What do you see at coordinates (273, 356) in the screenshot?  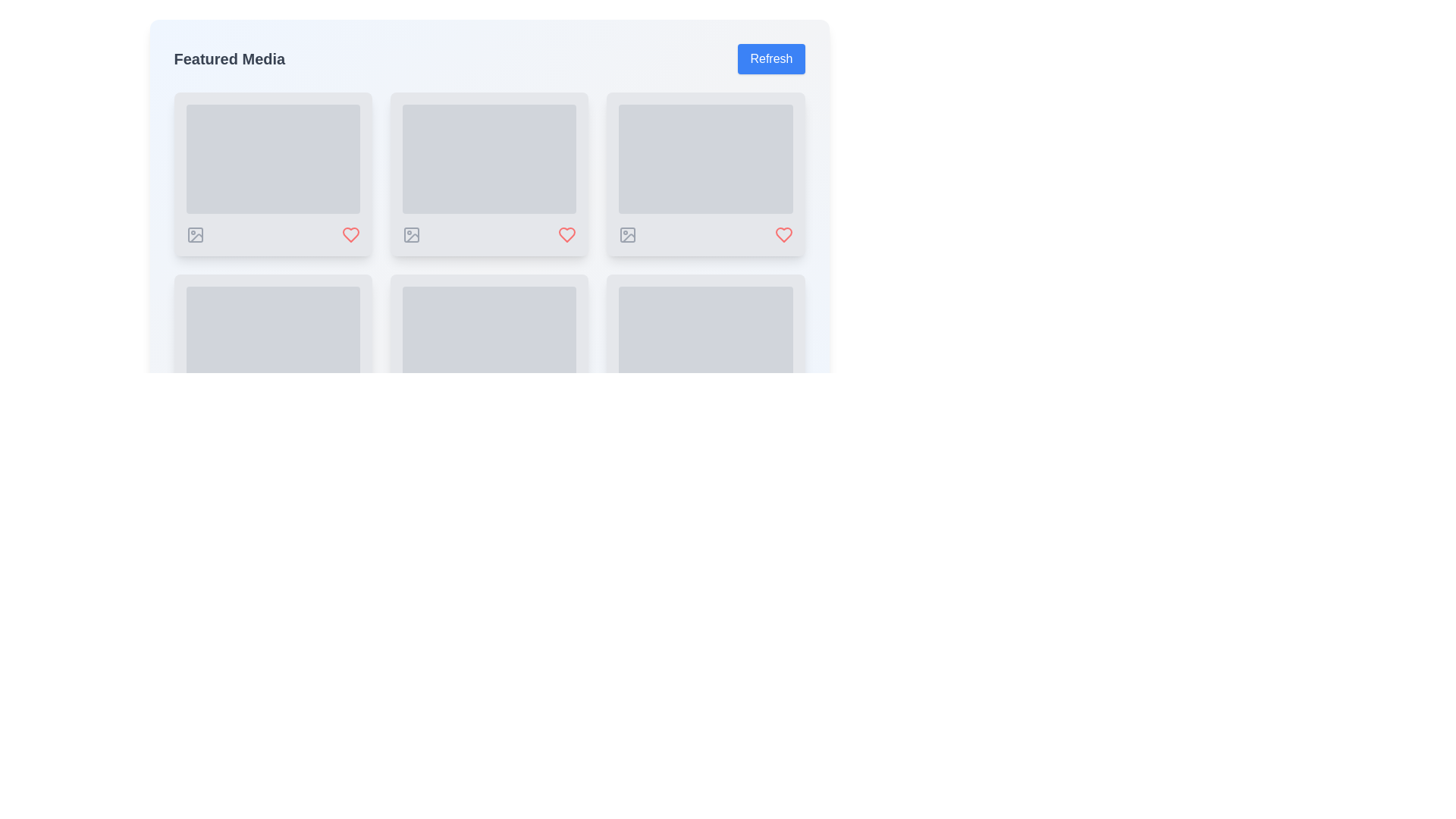 I see `the Media placeholder card located in the second row, first column of the grid layout` at bounding box center [273, 356].